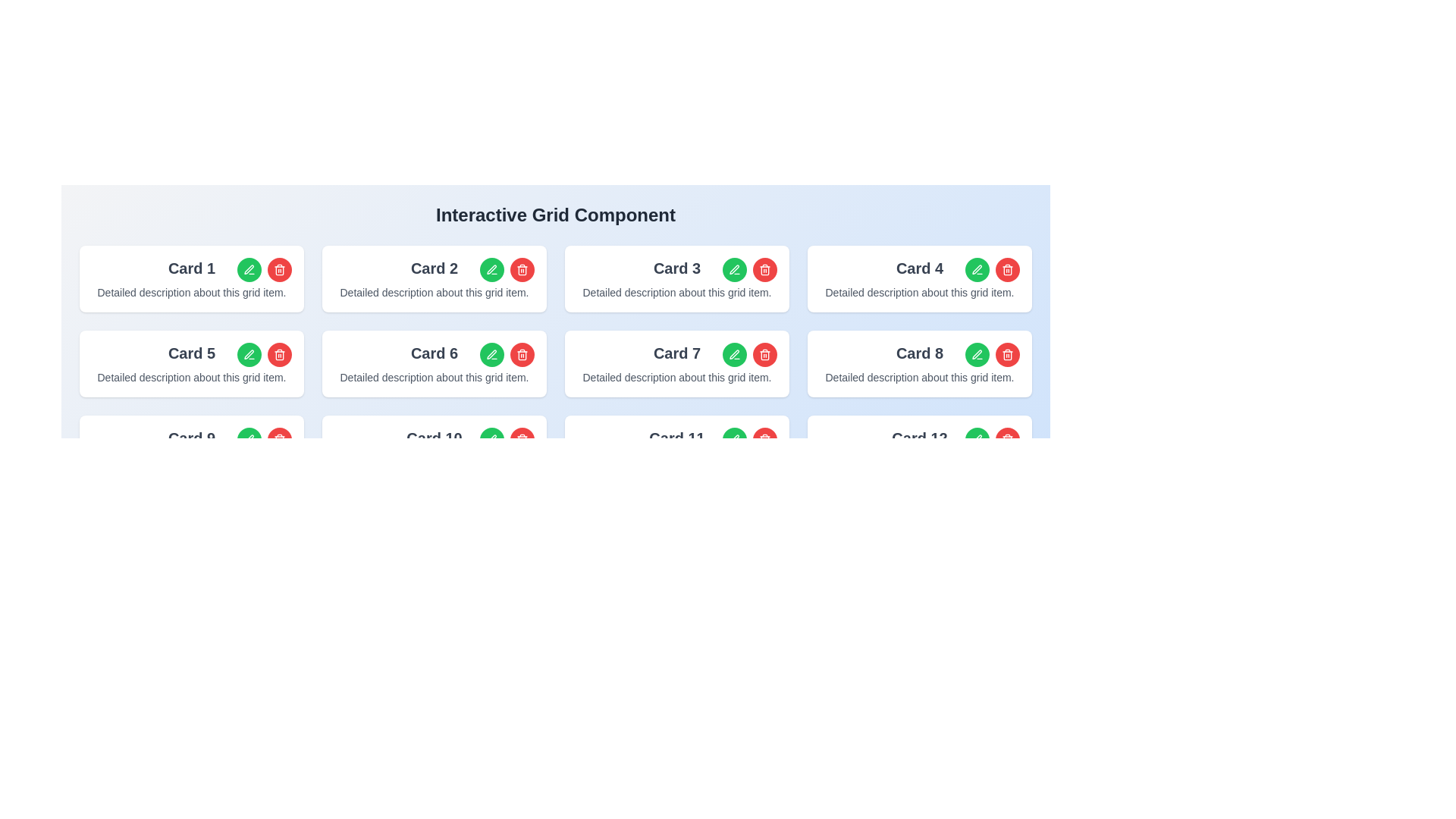 The width and height of the screenshot is (1456, 819). Describe the element at coordinates (522, 268) in the screenshot. I see `the red circular button with a white trash can icon located in the top-right corner of the second card in the grid layout to observe the hover effect` at that location.